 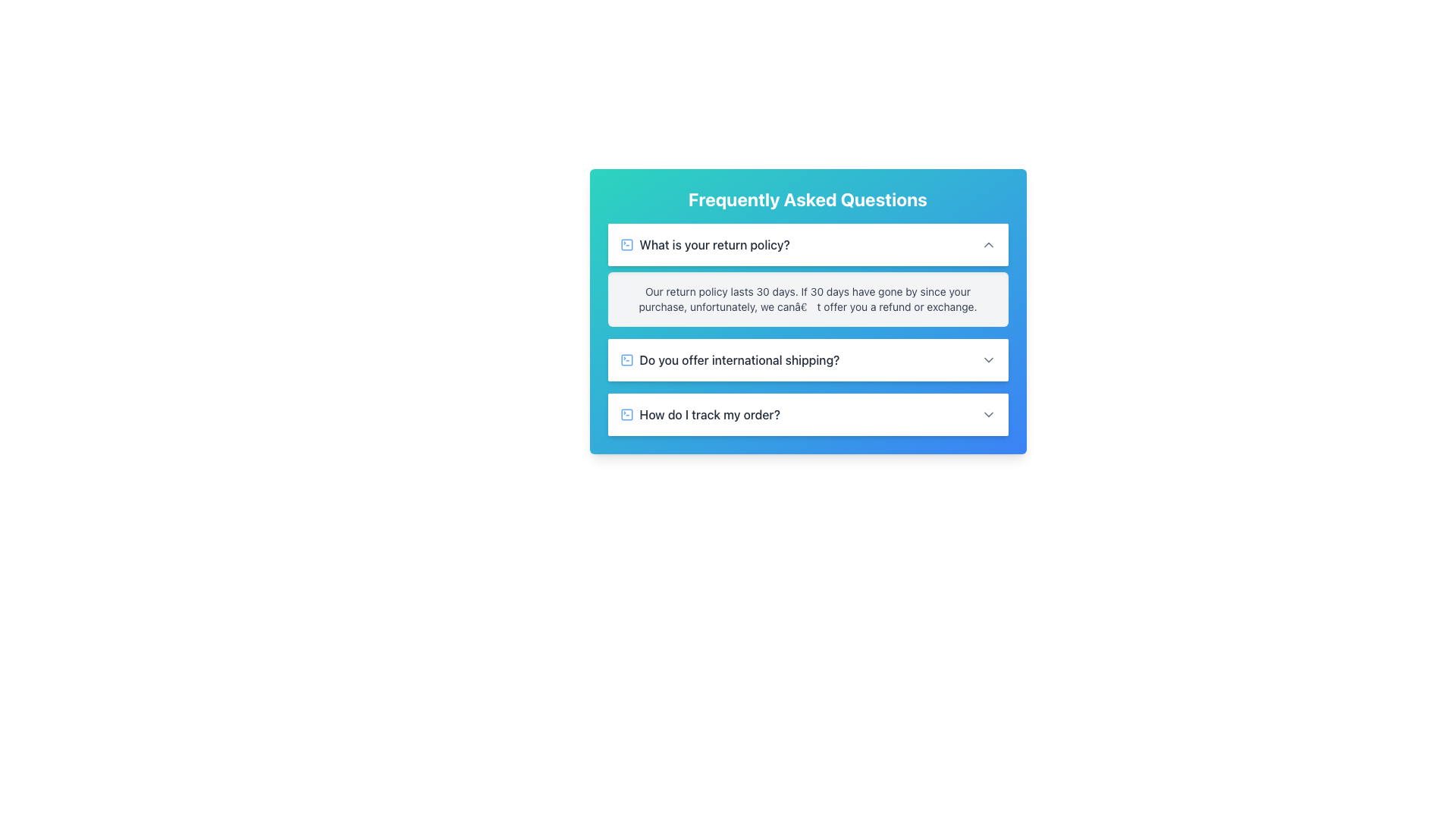 I want to click on the collapsible section titled 'What is your return policy?', so click(x=807, y=275).